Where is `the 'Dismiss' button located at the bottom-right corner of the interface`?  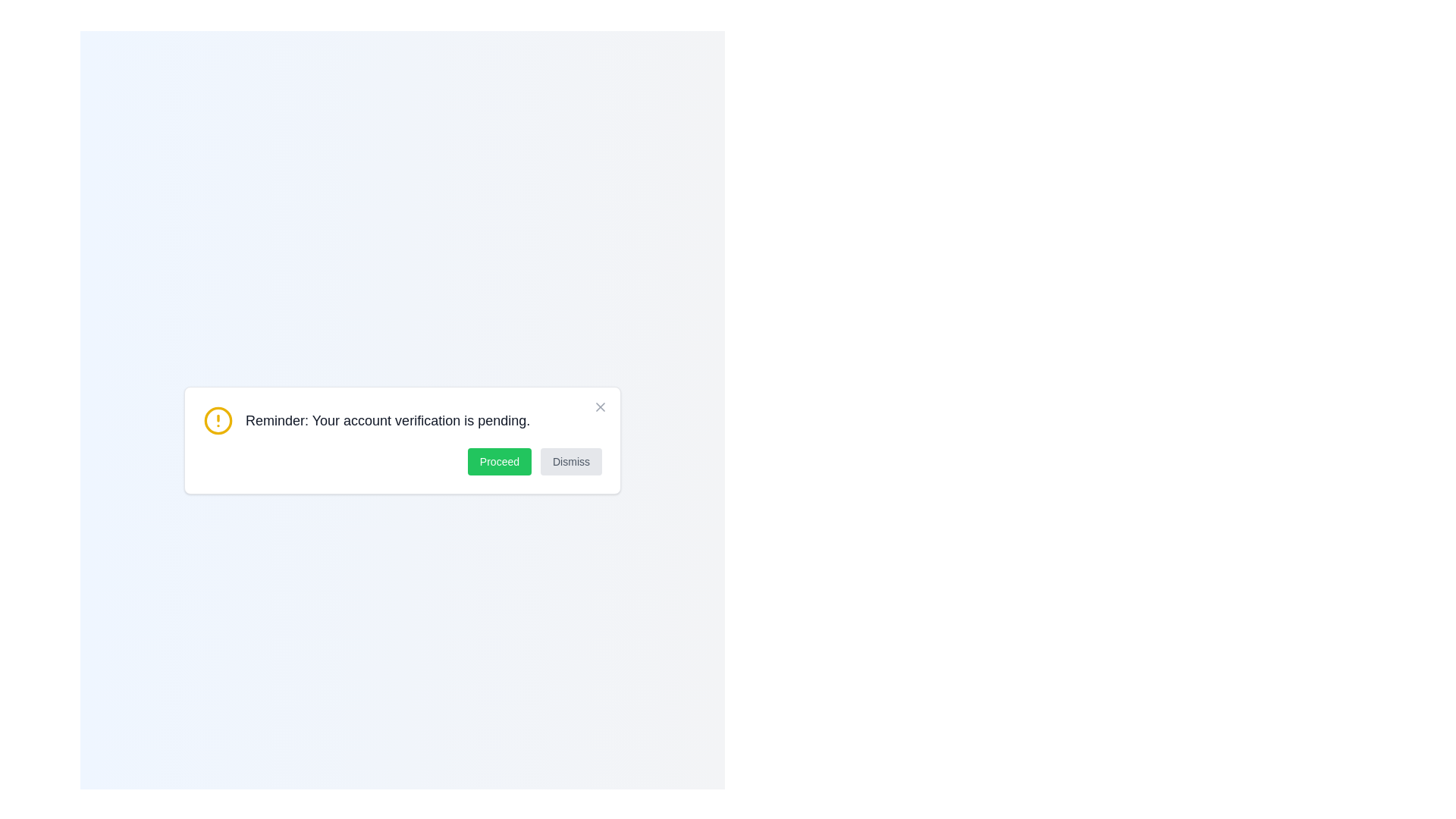 the 'Dismiss' button located at the bottom-right corner of the interface is located at coordinates (570, 461).